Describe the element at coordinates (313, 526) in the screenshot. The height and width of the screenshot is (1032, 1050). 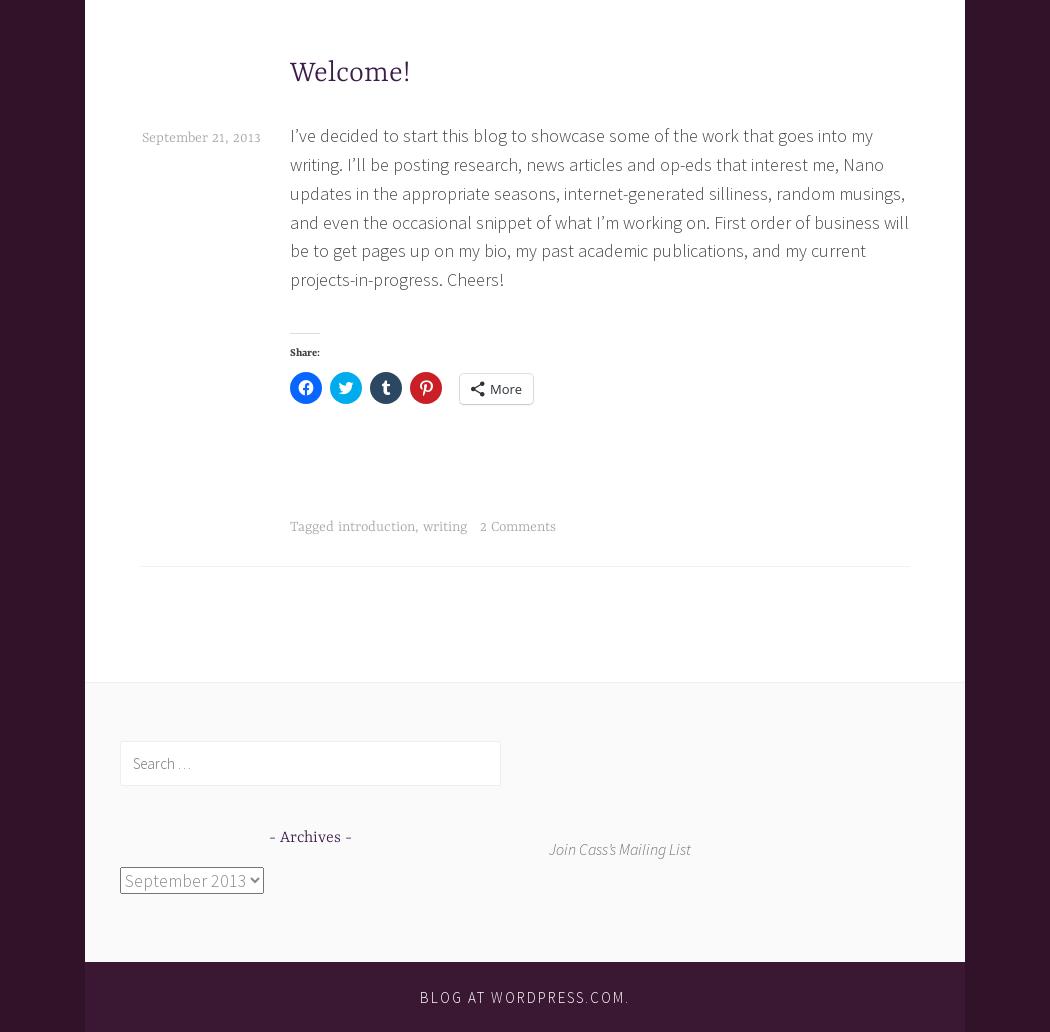
I see `'Tagged'` at that location.